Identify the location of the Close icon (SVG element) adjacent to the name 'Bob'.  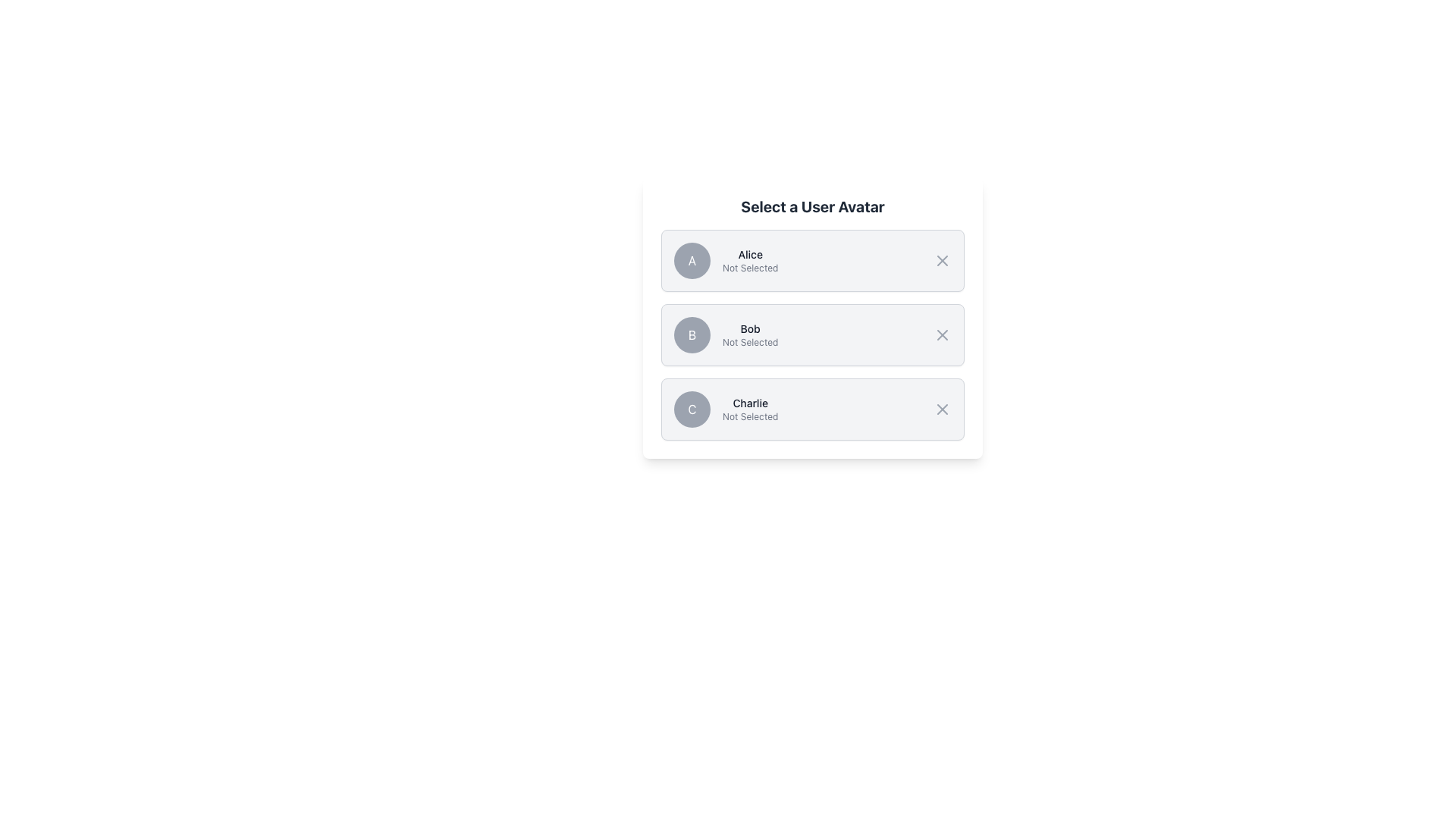
(942, 334).